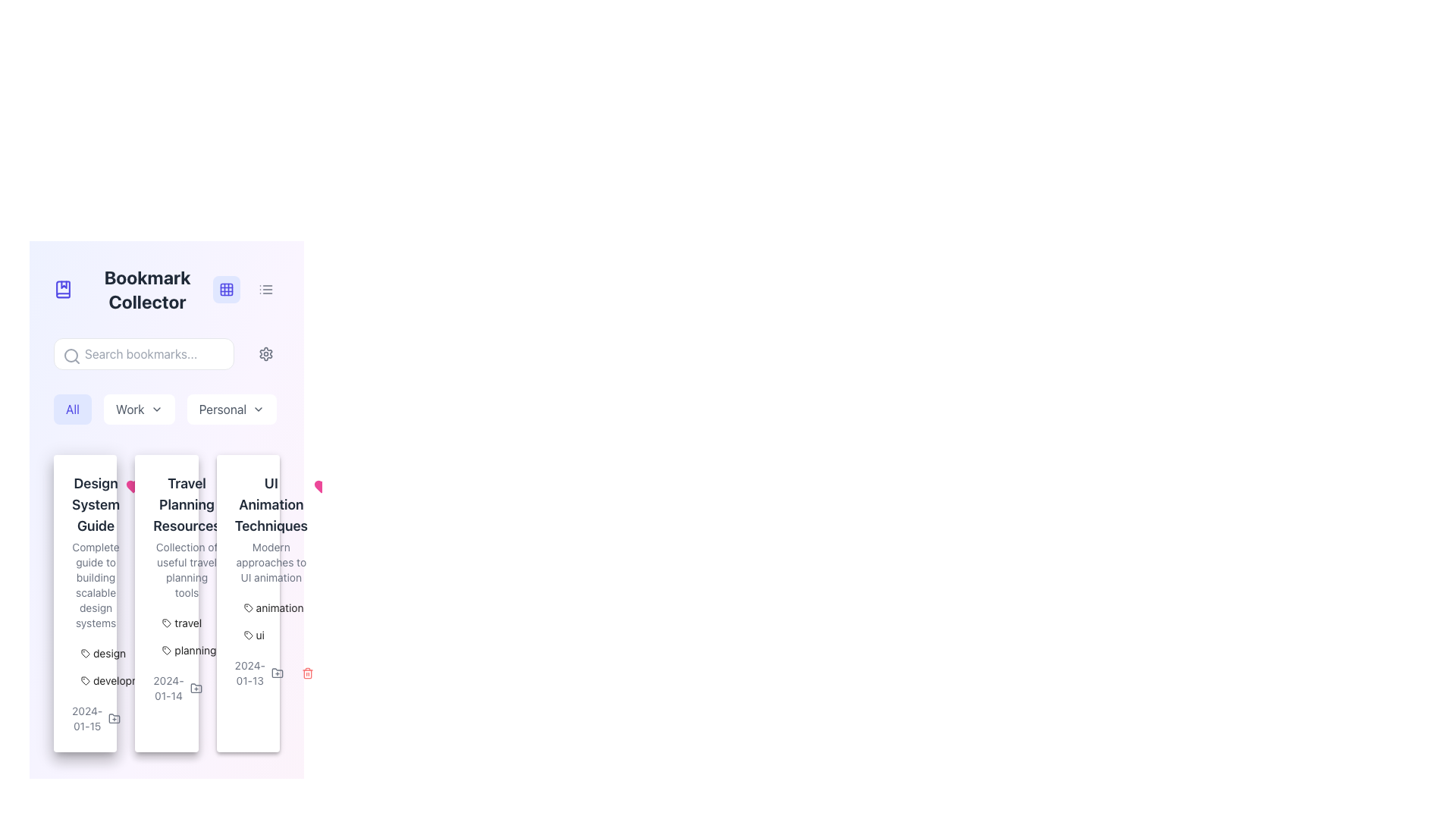  Describe the element at coordinates (167, 289) in the screenshot. I see `the primary title label located at the top of the interface, which indicates the application or section name` at that location.